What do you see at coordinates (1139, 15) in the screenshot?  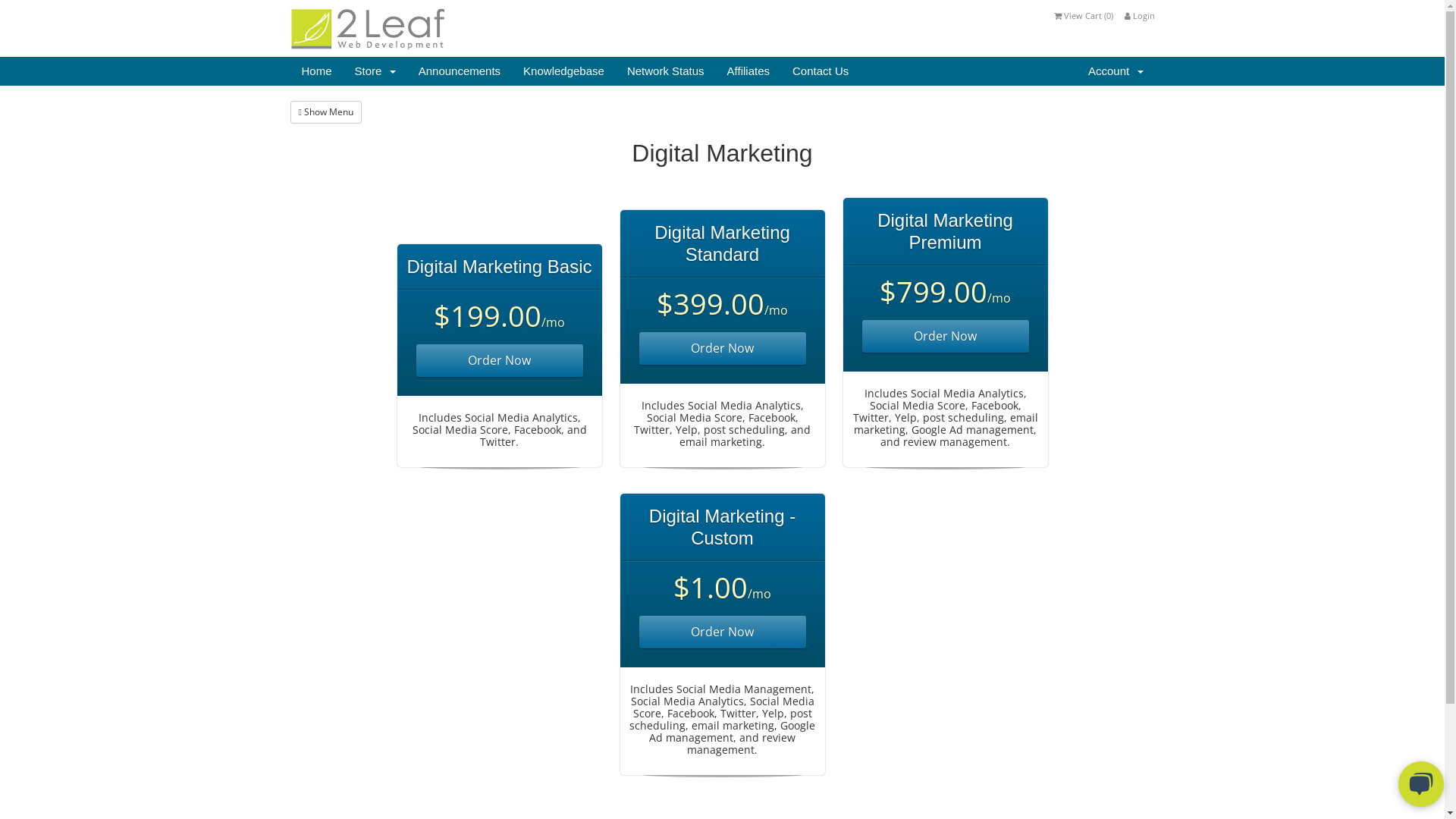 I see `'Login'` at bounding box center [1139, 15].